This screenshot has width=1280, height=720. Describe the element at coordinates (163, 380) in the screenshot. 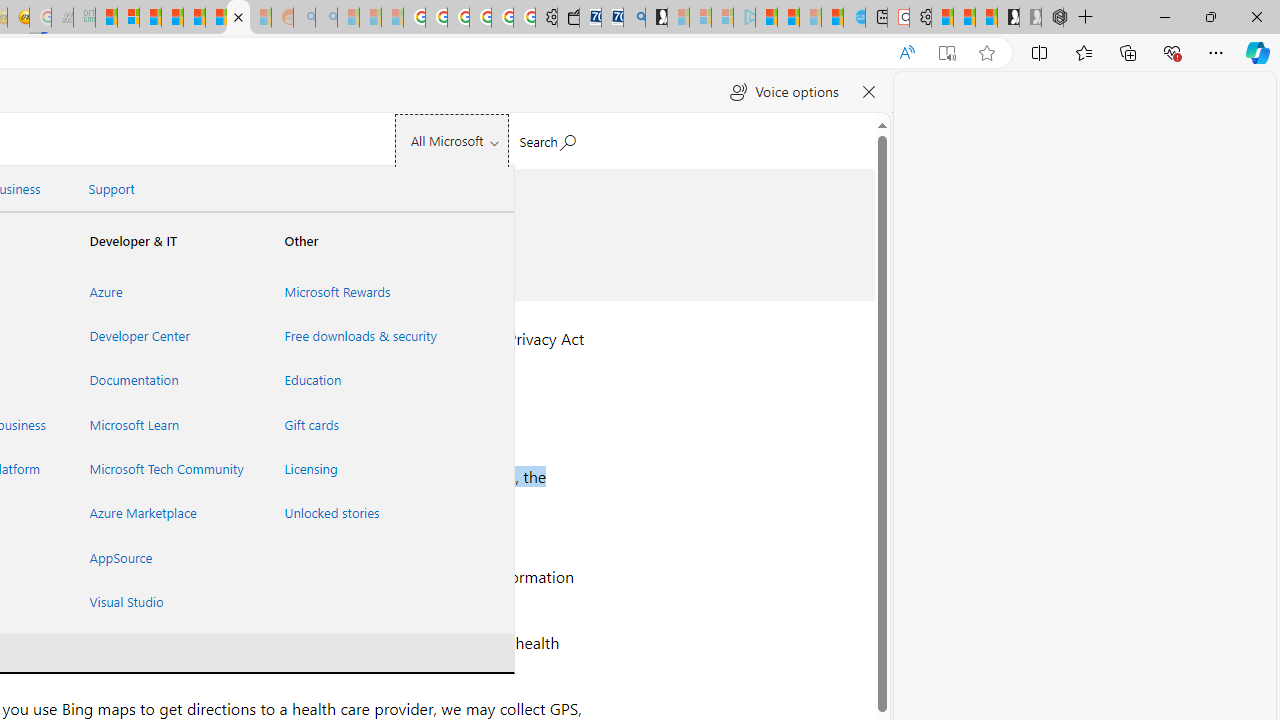

I see `'Documentation'` at that location.